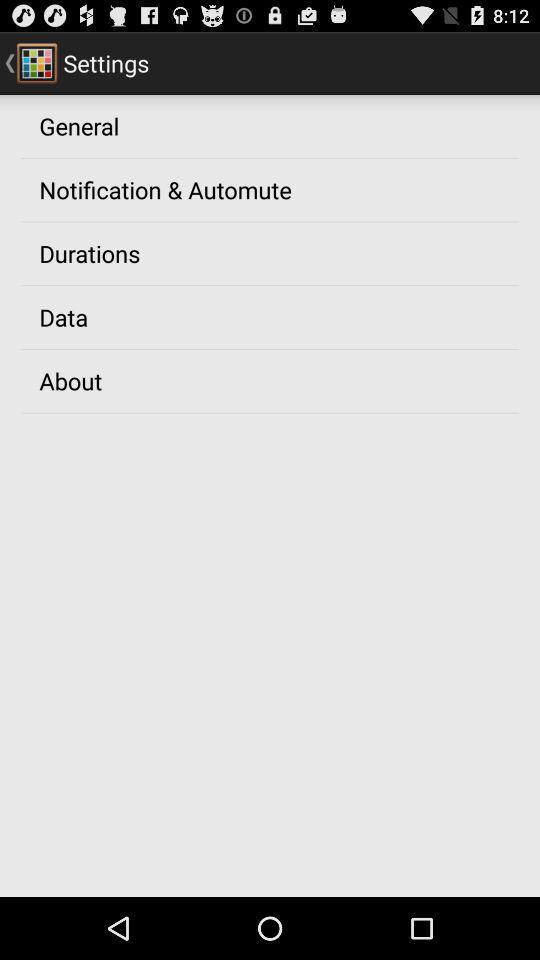 The width and height of the screenshot is (540, 960). I want to click on about icon, so click(69, 379).